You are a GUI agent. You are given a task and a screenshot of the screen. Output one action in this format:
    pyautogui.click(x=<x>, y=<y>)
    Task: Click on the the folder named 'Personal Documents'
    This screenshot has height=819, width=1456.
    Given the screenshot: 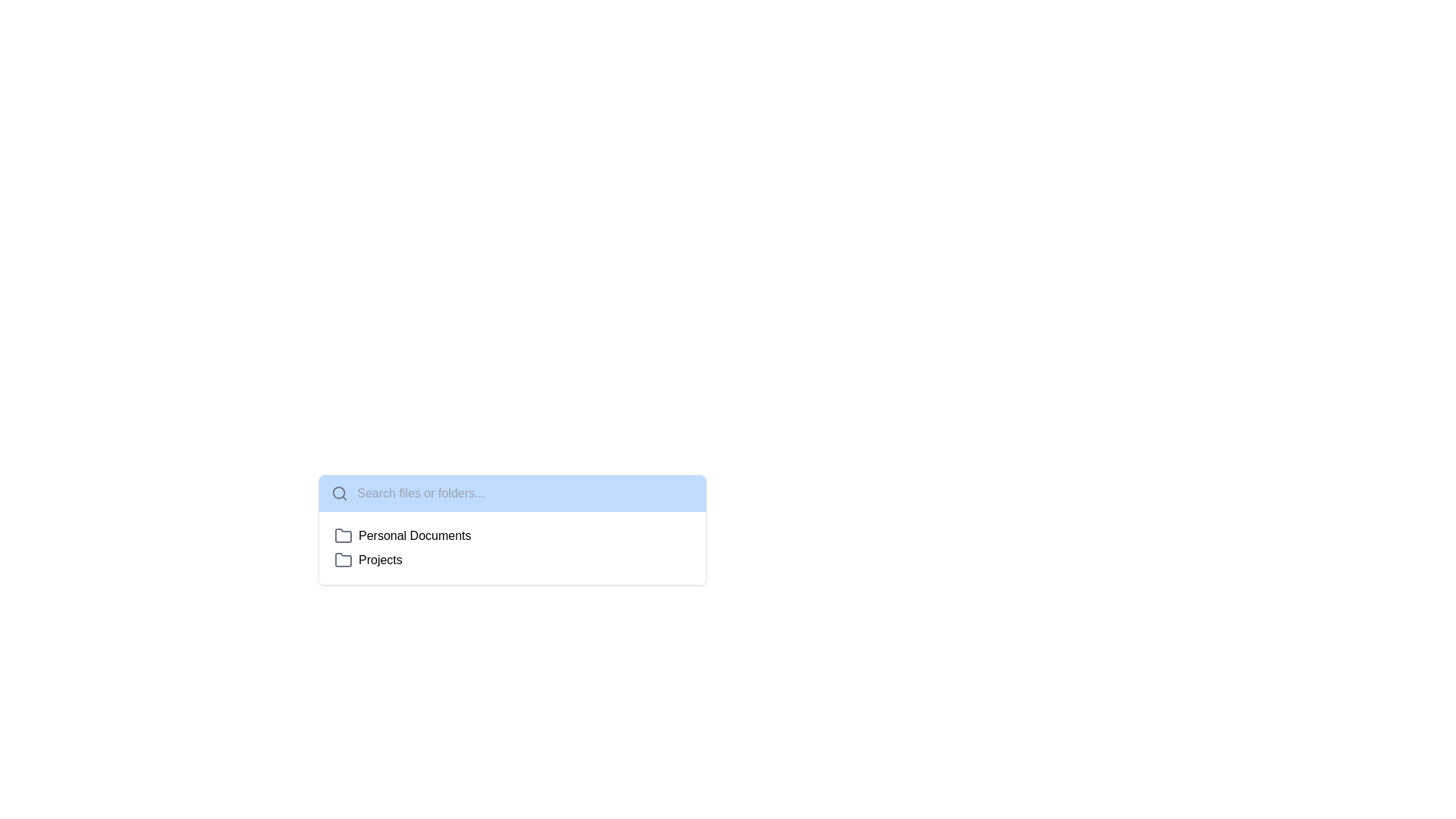 What is the action you would take?
    pyautogui.click(x=513, y=535)
    